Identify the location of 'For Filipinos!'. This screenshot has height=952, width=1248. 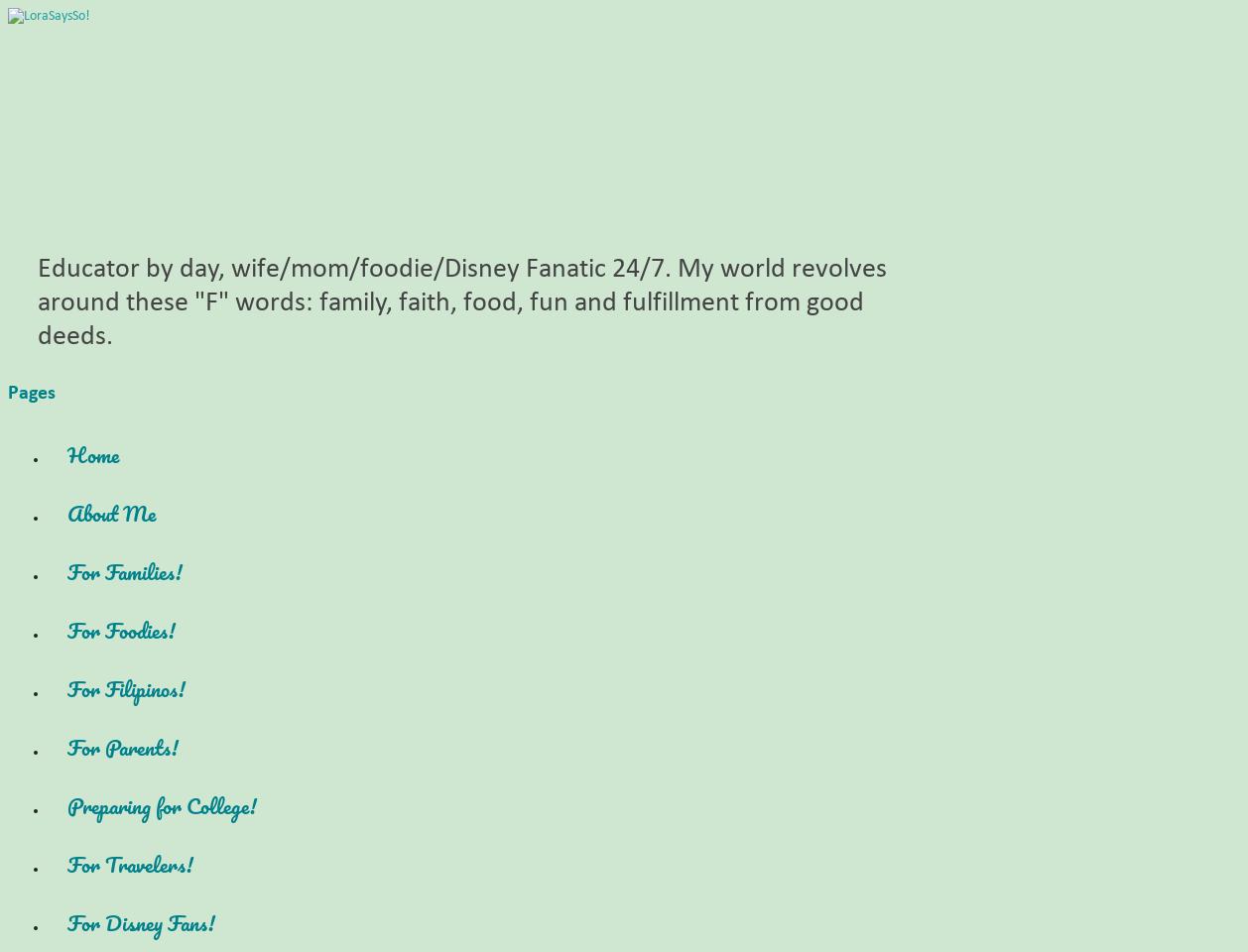
(126, 688).